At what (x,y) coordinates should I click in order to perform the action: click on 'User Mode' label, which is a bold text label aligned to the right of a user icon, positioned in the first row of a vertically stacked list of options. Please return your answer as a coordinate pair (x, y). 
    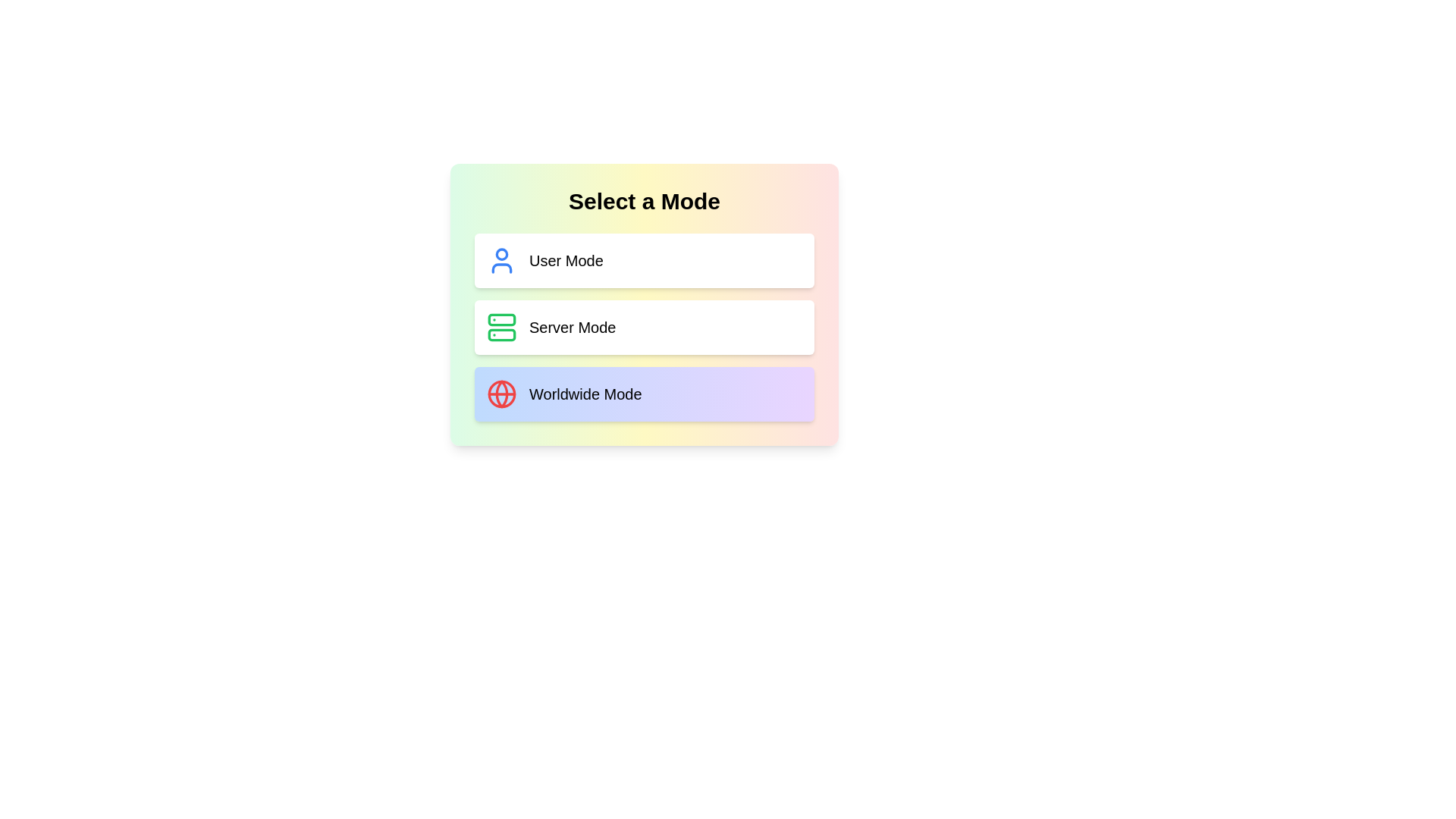
    Looking at the image, I should click on (565, 259).